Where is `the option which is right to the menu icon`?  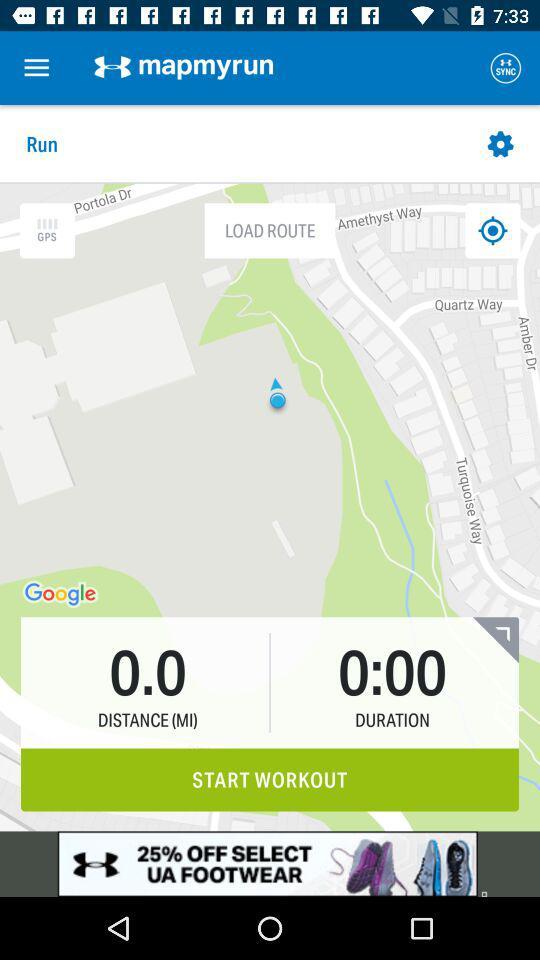
the option which is right to the menu icon is located at coordinates (183, 67).